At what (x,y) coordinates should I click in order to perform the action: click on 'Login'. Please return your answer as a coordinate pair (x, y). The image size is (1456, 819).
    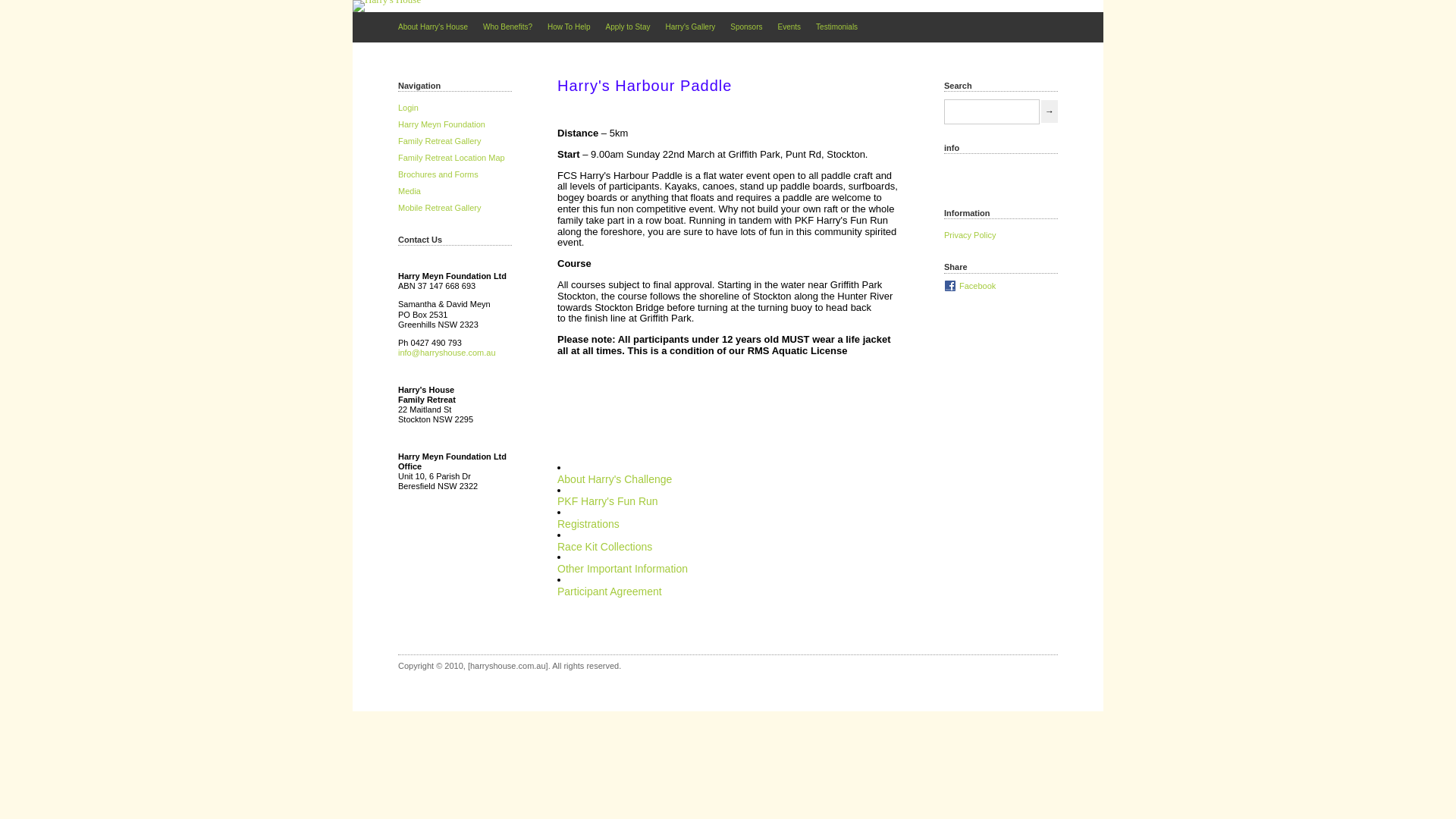
    Looking at the image, I should click on (397, 107).